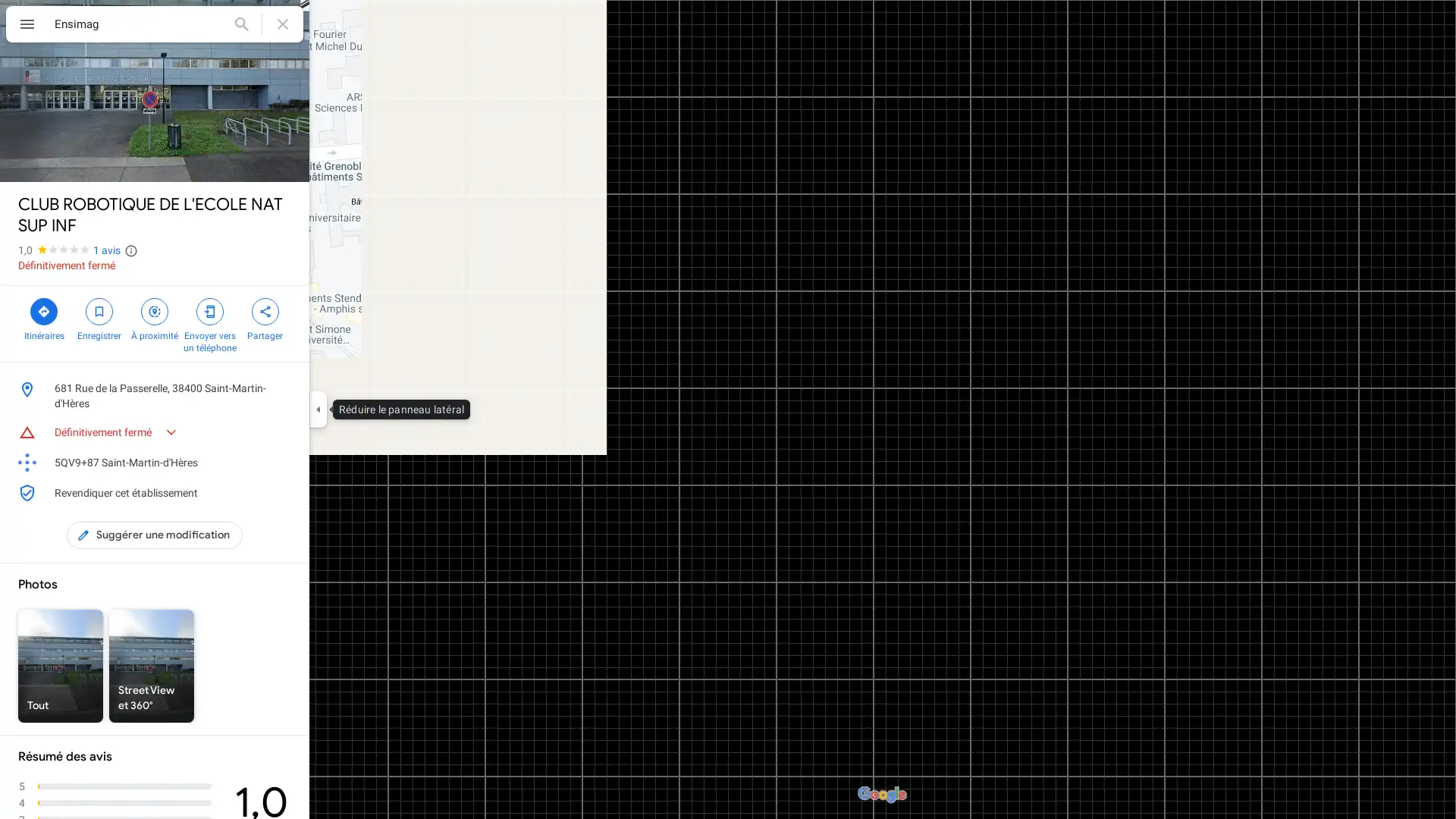 Image resolution: width=1456 pixels, height=819 pixels. What do you see at coordinates (317, 409) in the screenshot?
I see `Reduire le panneau lateral` at bounding box center [317, 409].